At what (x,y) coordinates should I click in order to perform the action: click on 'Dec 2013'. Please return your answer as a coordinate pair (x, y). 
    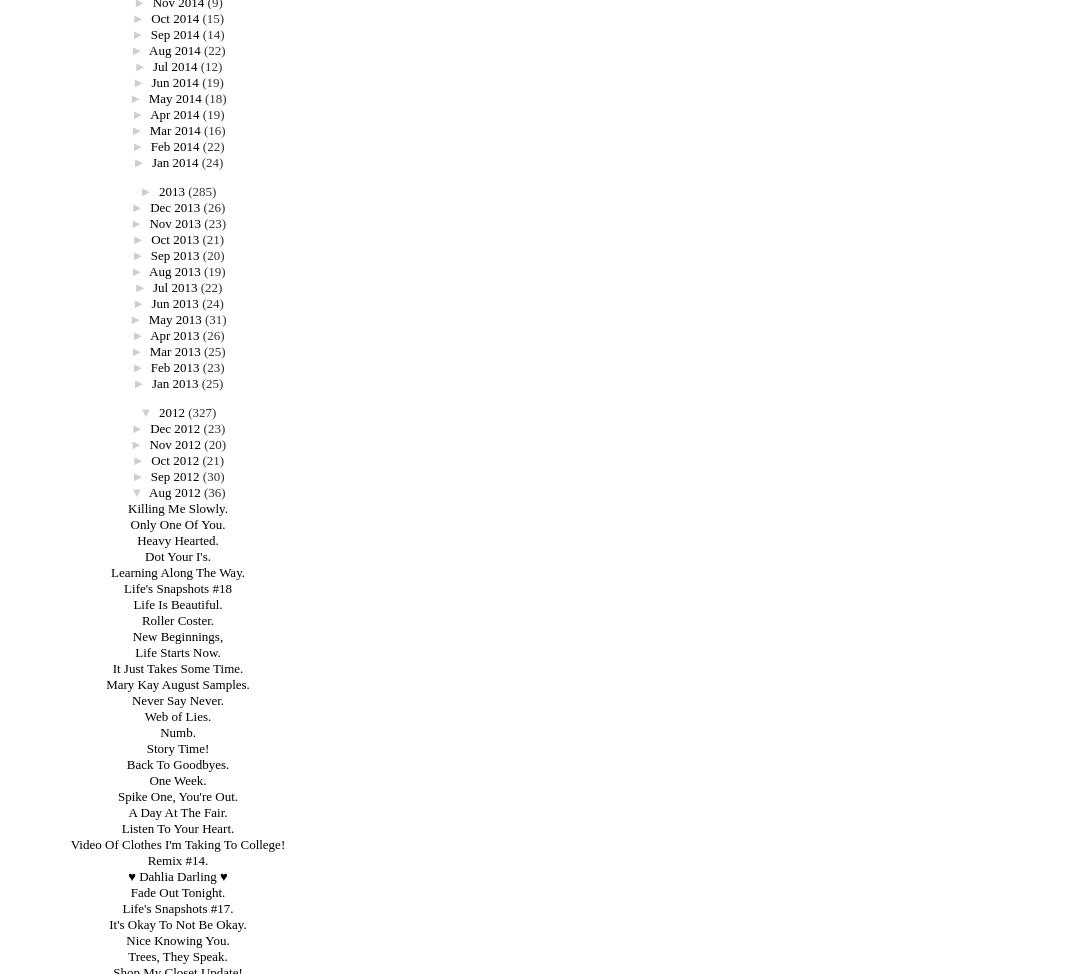
    Looking at the image, I should click on (173, 207).